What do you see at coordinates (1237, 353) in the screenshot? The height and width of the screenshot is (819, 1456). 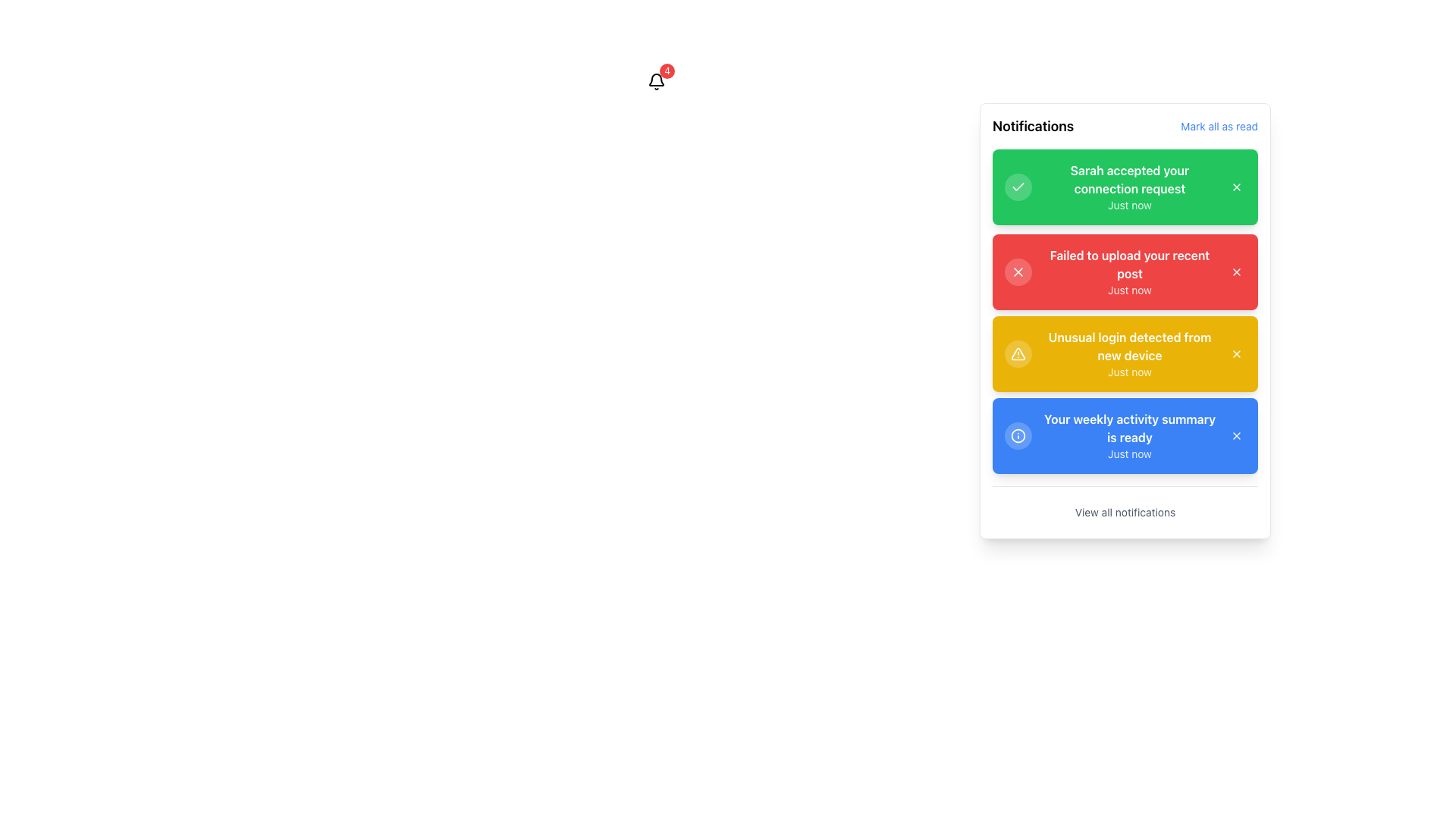 I see `the close button located at the top-right corner of the notification card that reads 'Unusual login detected from new device, Just now.' This button is the fourth notification item in the list` at bounding box center [1237, 353].